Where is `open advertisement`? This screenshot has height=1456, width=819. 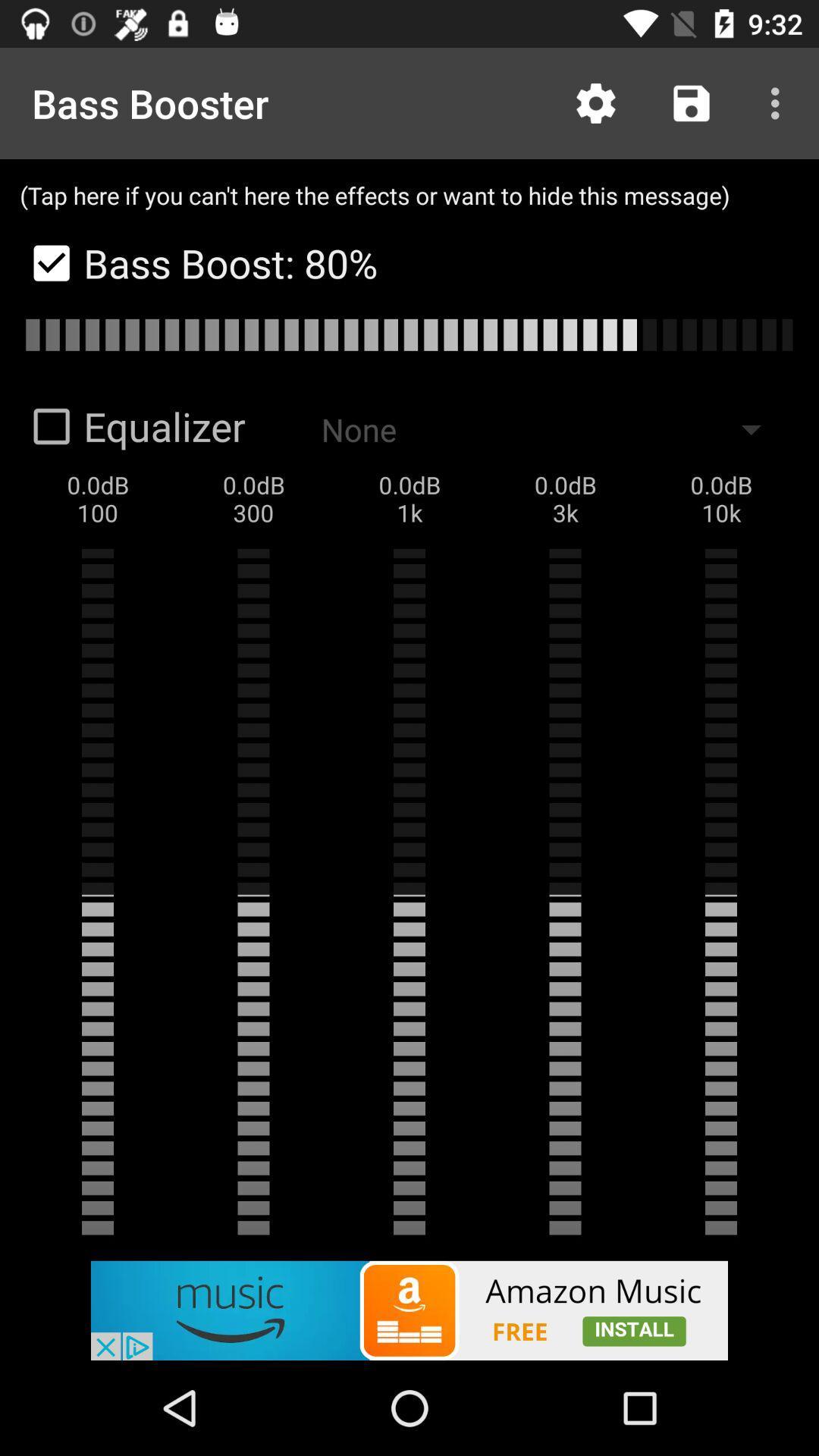
open advertisement is located at coordinates (409, 1310).